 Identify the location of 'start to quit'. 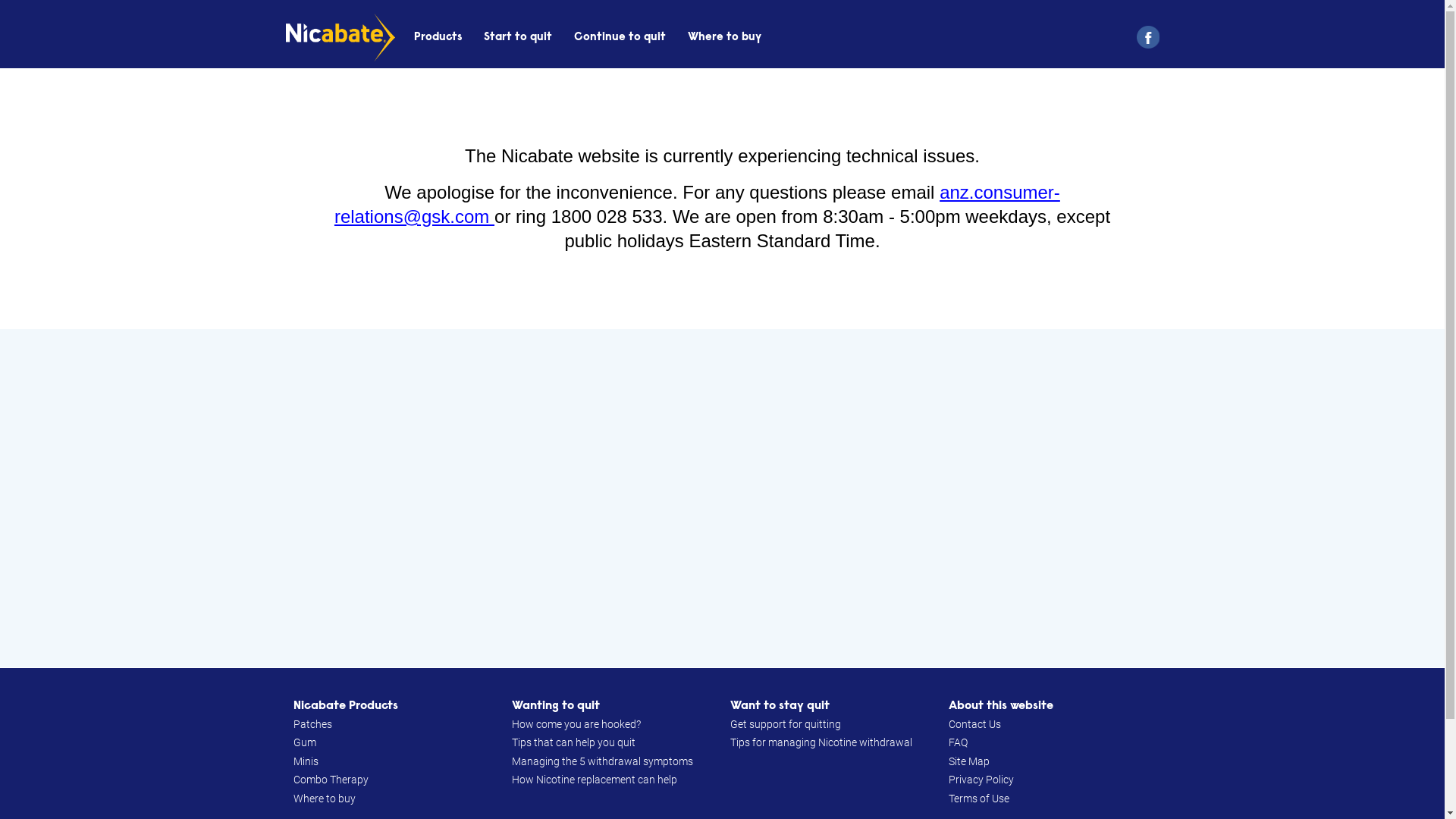
(517, 36).